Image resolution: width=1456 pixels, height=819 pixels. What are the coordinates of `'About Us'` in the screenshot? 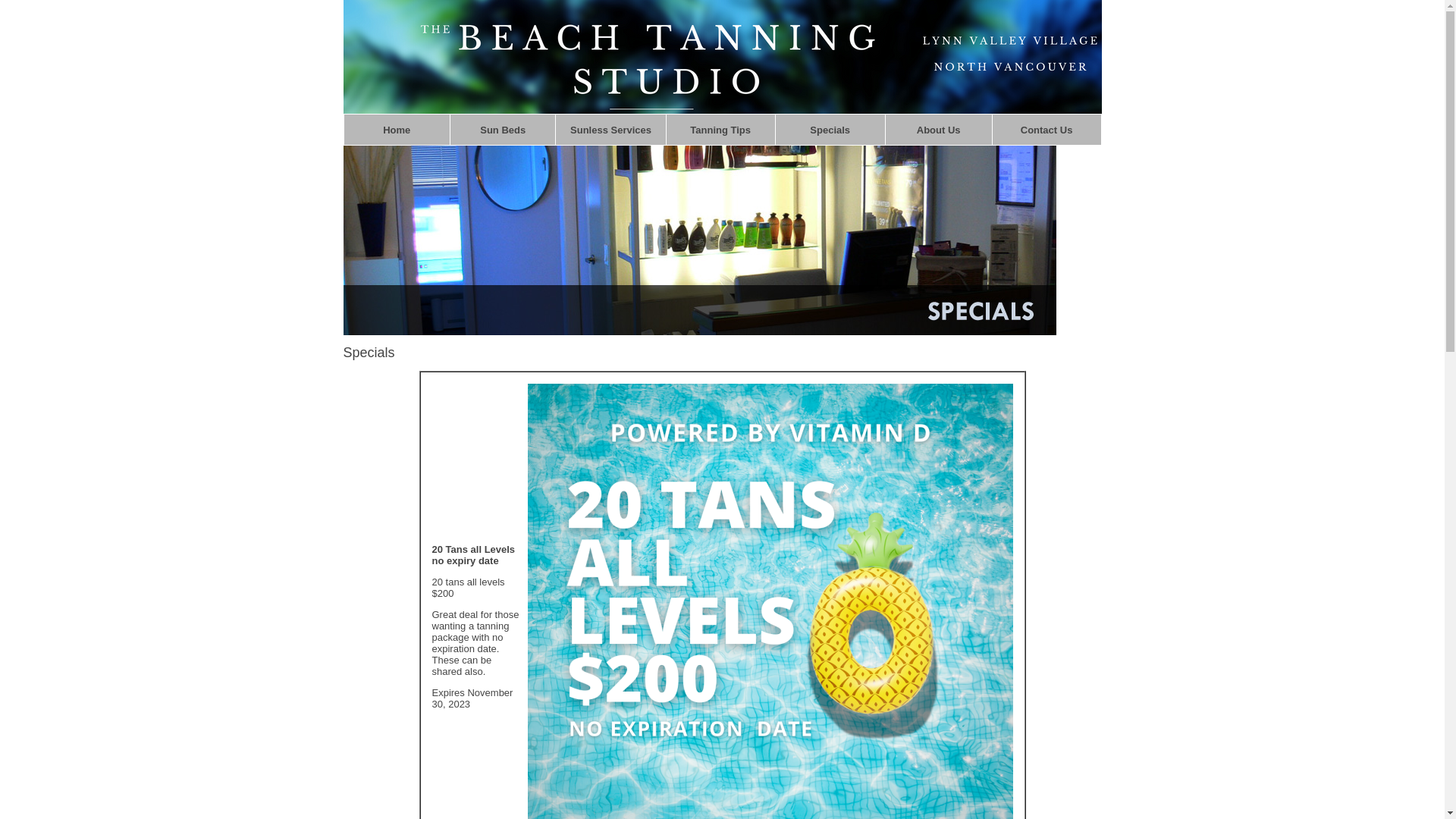 It's located at (938, 129).